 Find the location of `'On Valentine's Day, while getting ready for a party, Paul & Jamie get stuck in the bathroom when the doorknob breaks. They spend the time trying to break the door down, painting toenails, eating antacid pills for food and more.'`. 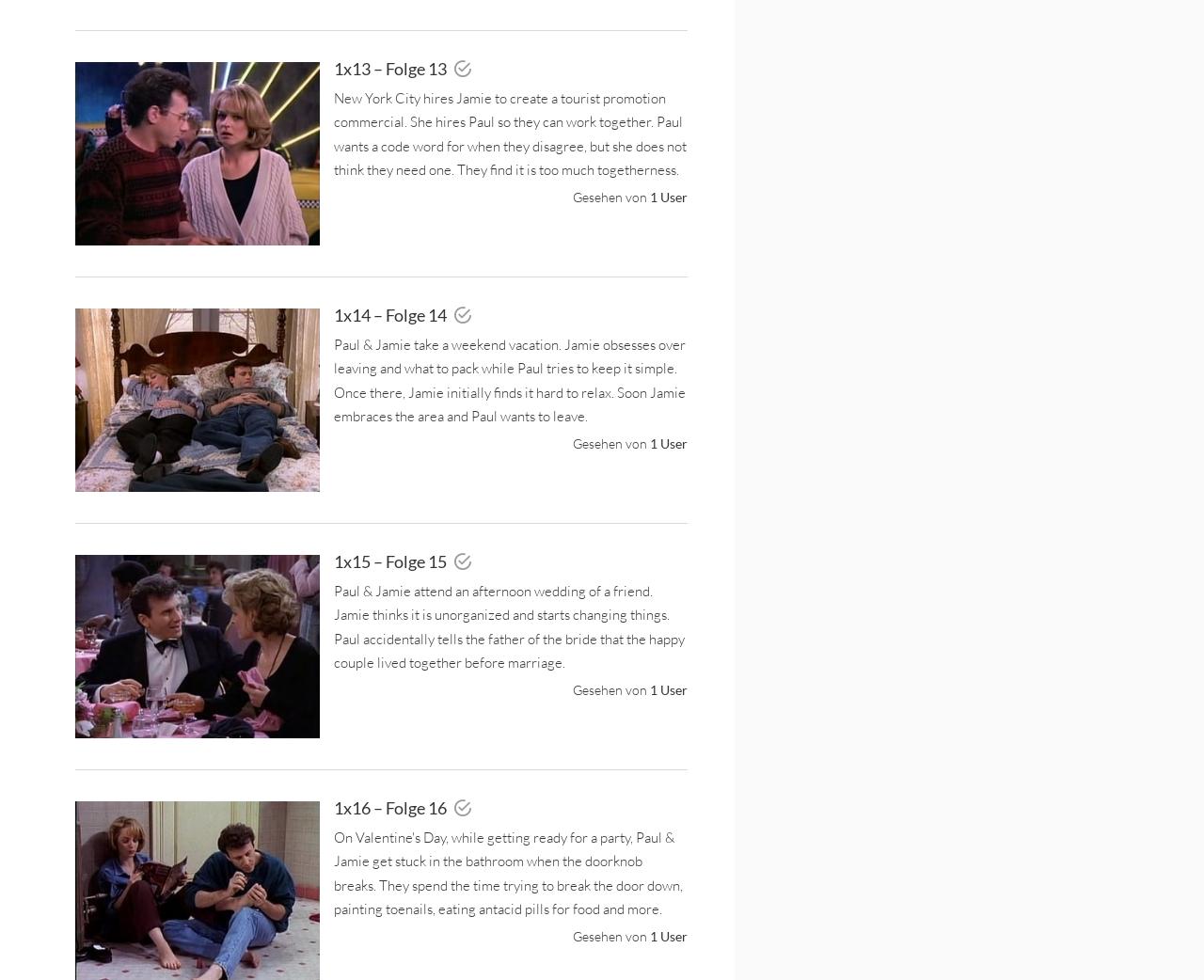

'On Valentine's Day, while getting ready for a party, Paul & Jamie get stuck in the bathroom when the doorknob breaks. They spend the time trying to break the door down, painting toenails, eating antacid pills for food and more.' is located at coordinates (508, 872).